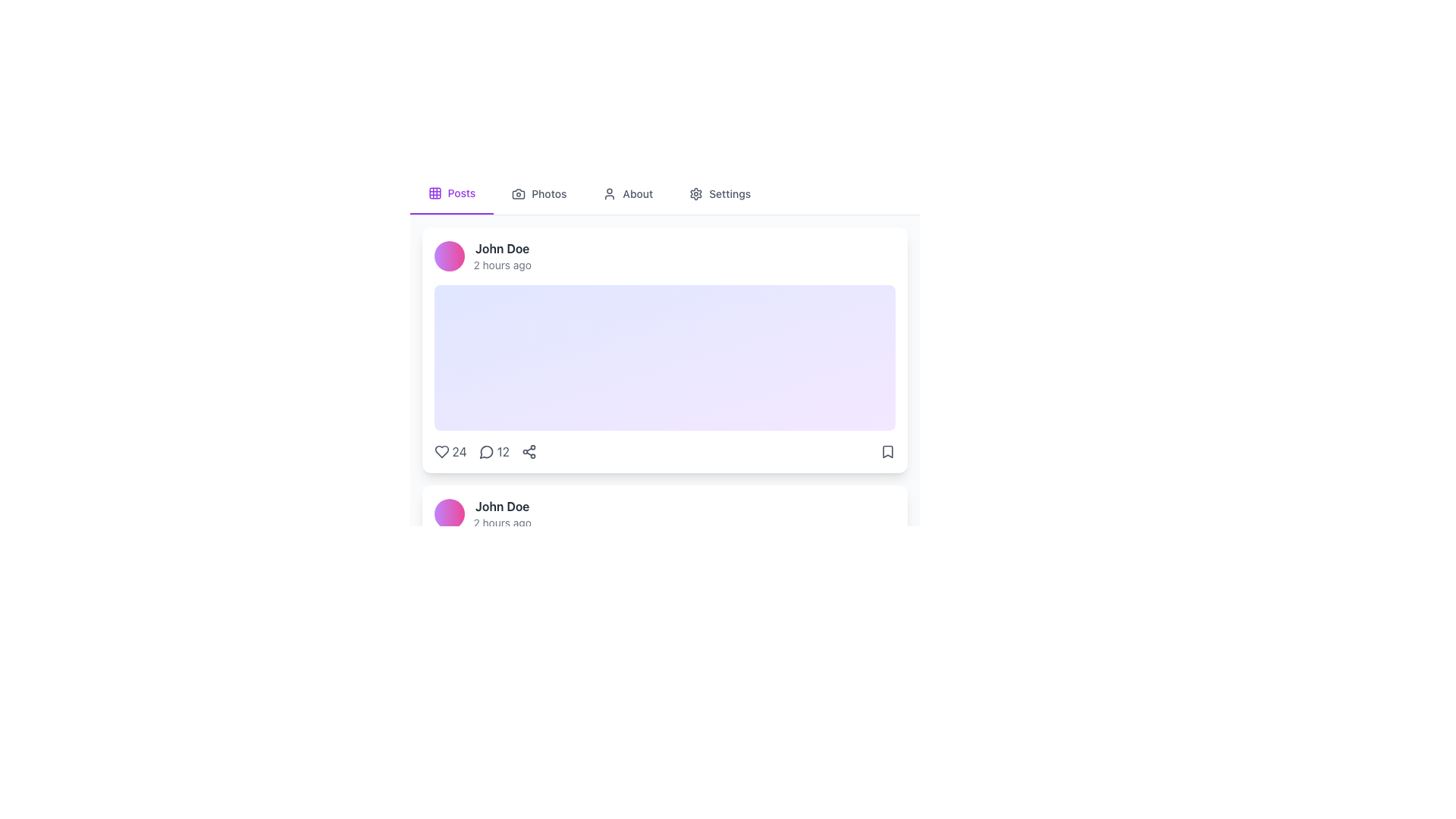  I want to click on the decorative square located at the top-left of the 3x3 grid icon, positioned near the navigation menu, so click(434, 192).